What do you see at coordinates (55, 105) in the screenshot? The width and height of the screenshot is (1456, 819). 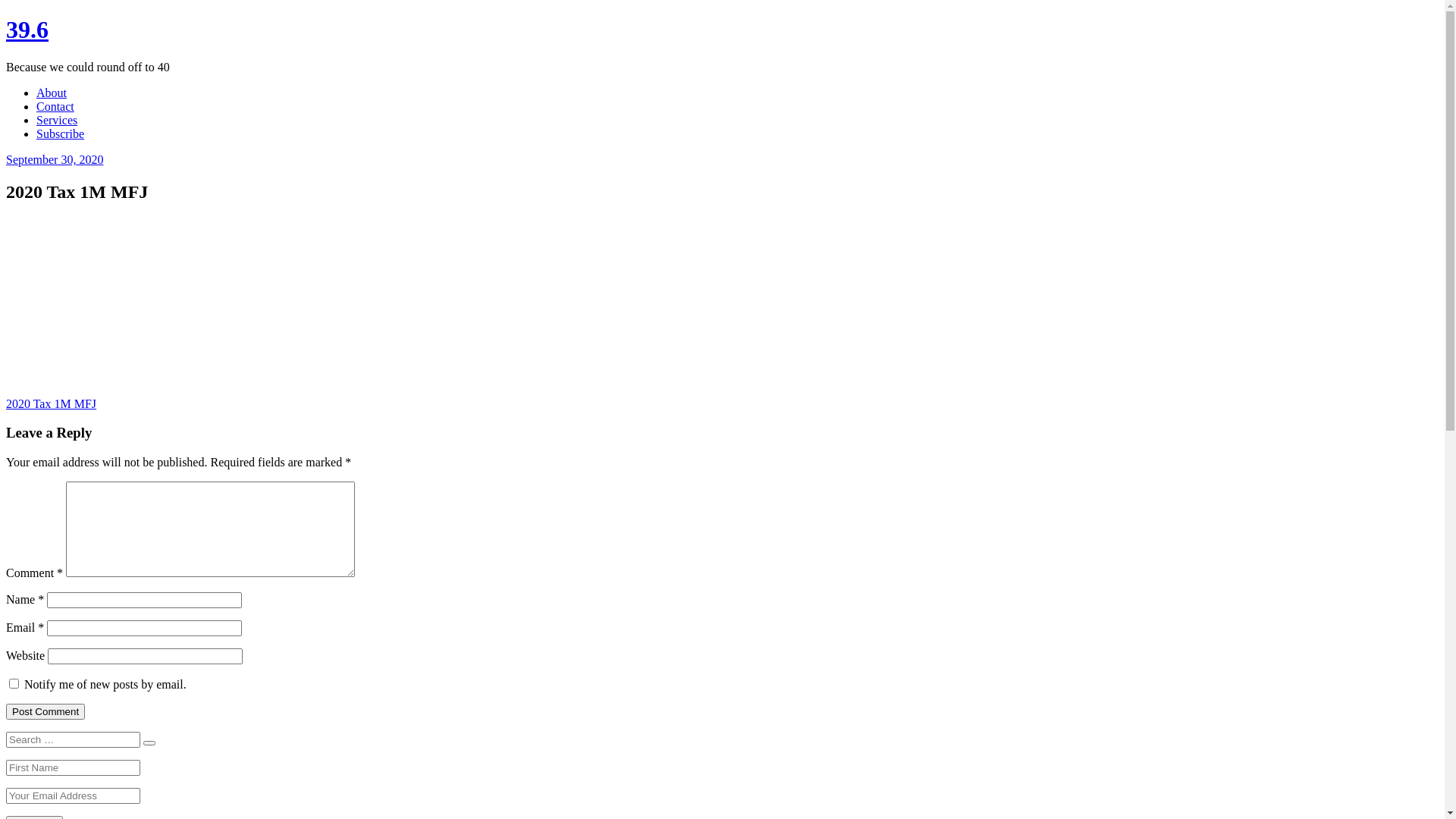 I see `'Contact'` at bounding box center [55, 105].